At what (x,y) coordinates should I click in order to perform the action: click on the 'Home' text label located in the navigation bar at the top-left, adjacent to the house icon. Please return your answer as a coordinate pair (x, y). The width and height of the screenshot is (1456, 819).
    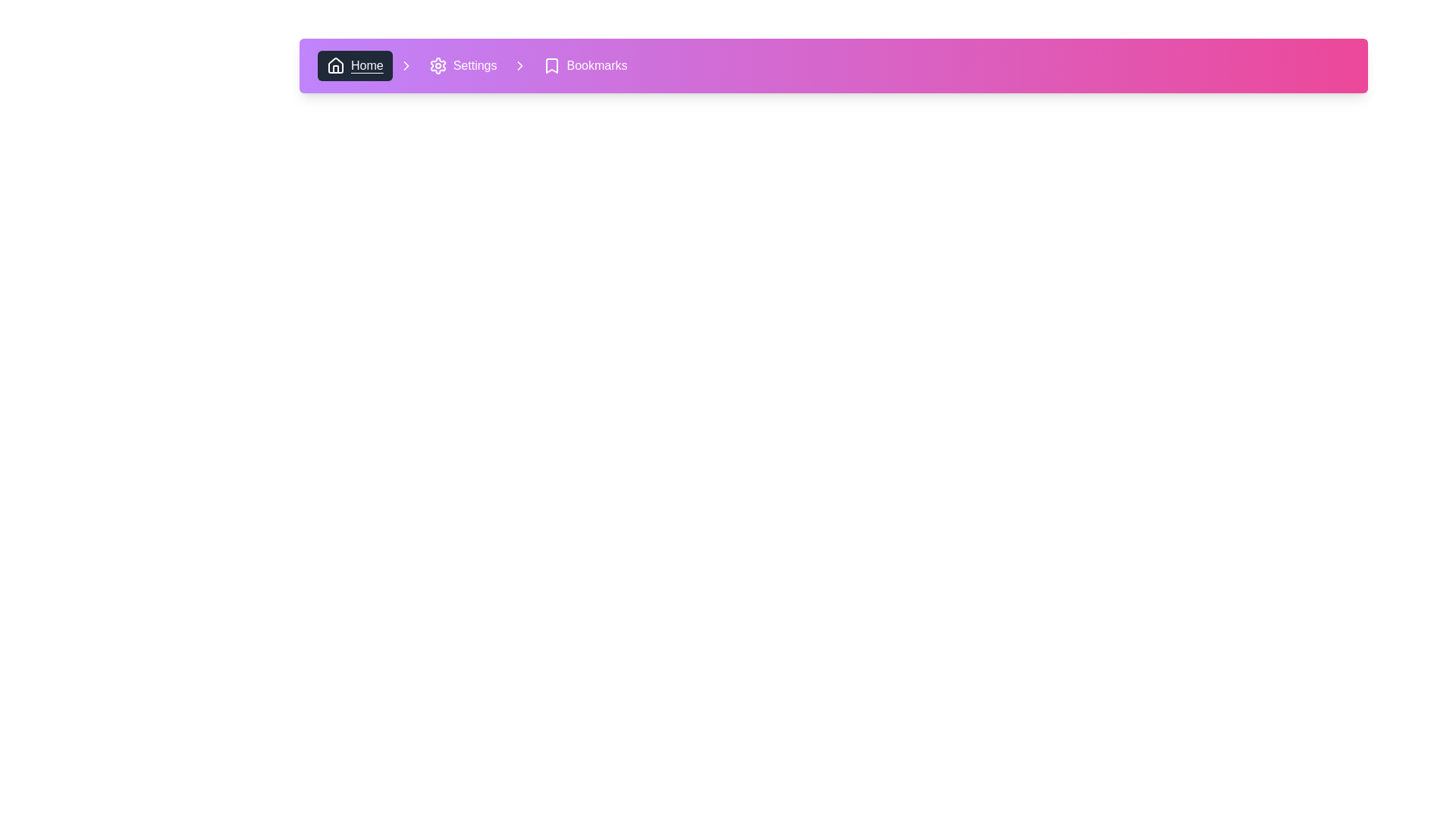
    Looking at the image, I should click on (367, 65).